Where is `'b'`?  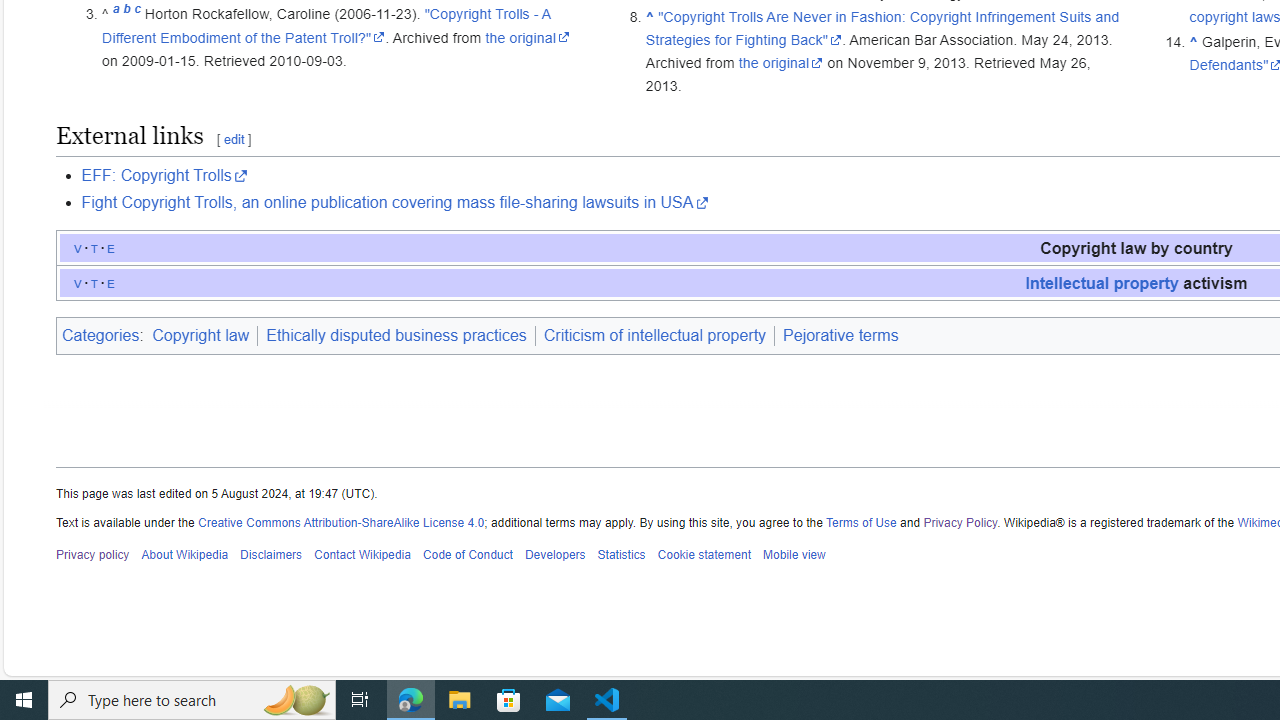
'b' is located at coordinates (125, 14).